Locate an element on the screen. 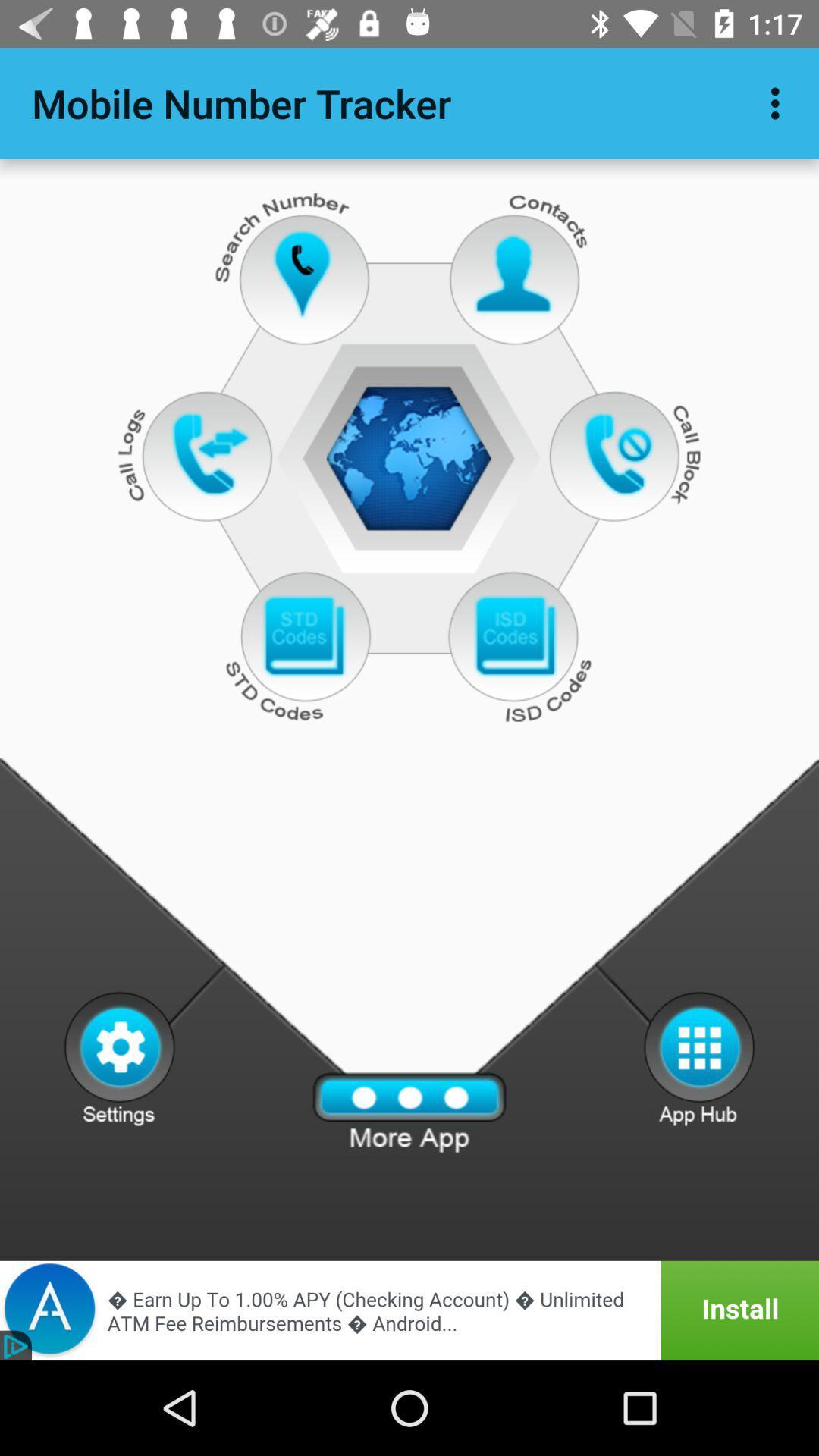 The width and height of the screenshot is (819, 1456). call logs is located at coordinates (210, 453).